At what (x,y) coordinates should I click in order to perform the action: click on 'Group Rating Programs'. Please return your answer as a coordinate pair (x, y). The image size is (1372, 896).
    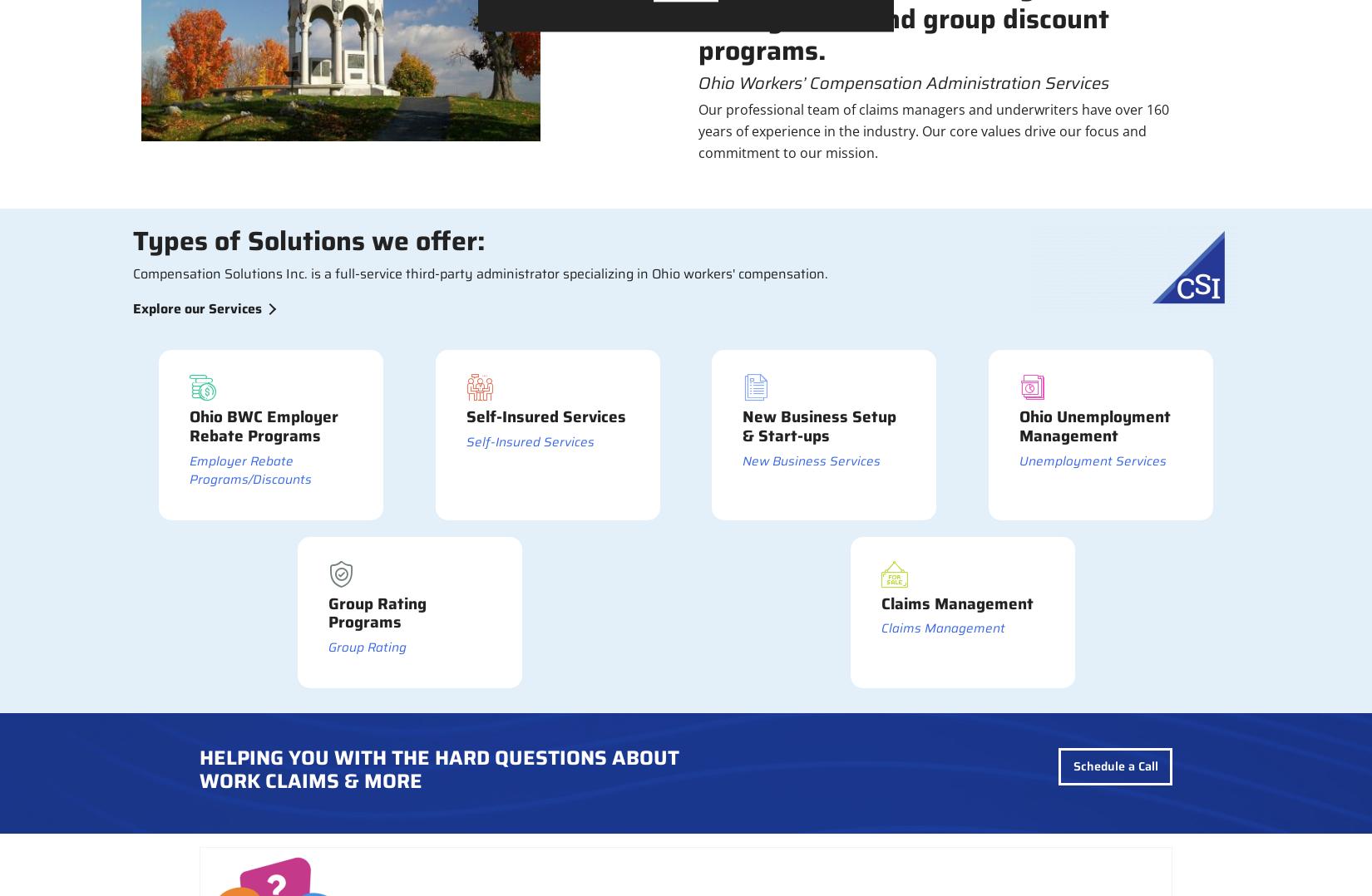
    Looking at the image, I should click on (375, 612).